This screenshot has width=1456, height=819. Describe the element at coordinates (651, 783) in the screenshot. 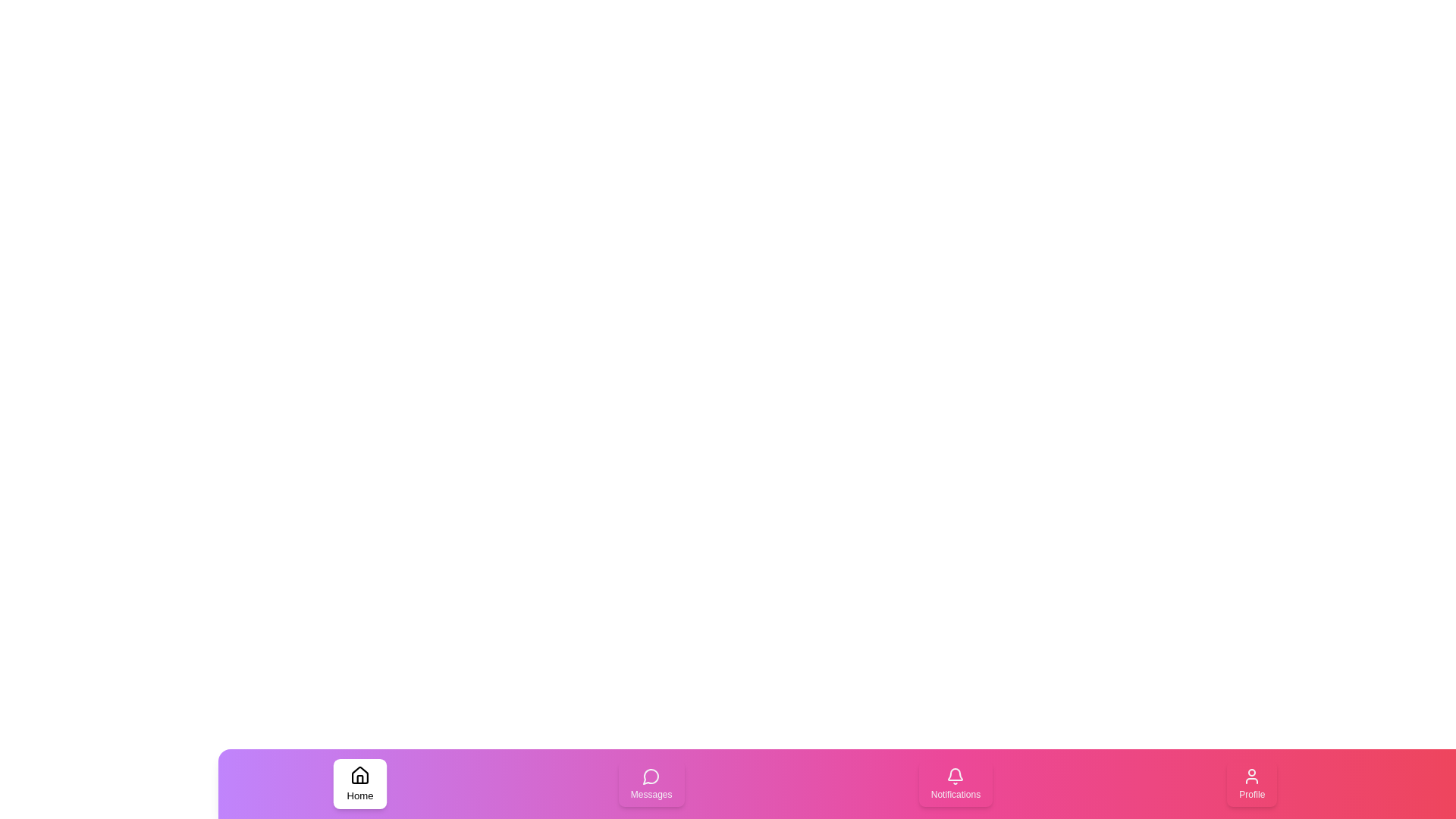

I see `the tab labeled Messages by clicking on it` at that location.